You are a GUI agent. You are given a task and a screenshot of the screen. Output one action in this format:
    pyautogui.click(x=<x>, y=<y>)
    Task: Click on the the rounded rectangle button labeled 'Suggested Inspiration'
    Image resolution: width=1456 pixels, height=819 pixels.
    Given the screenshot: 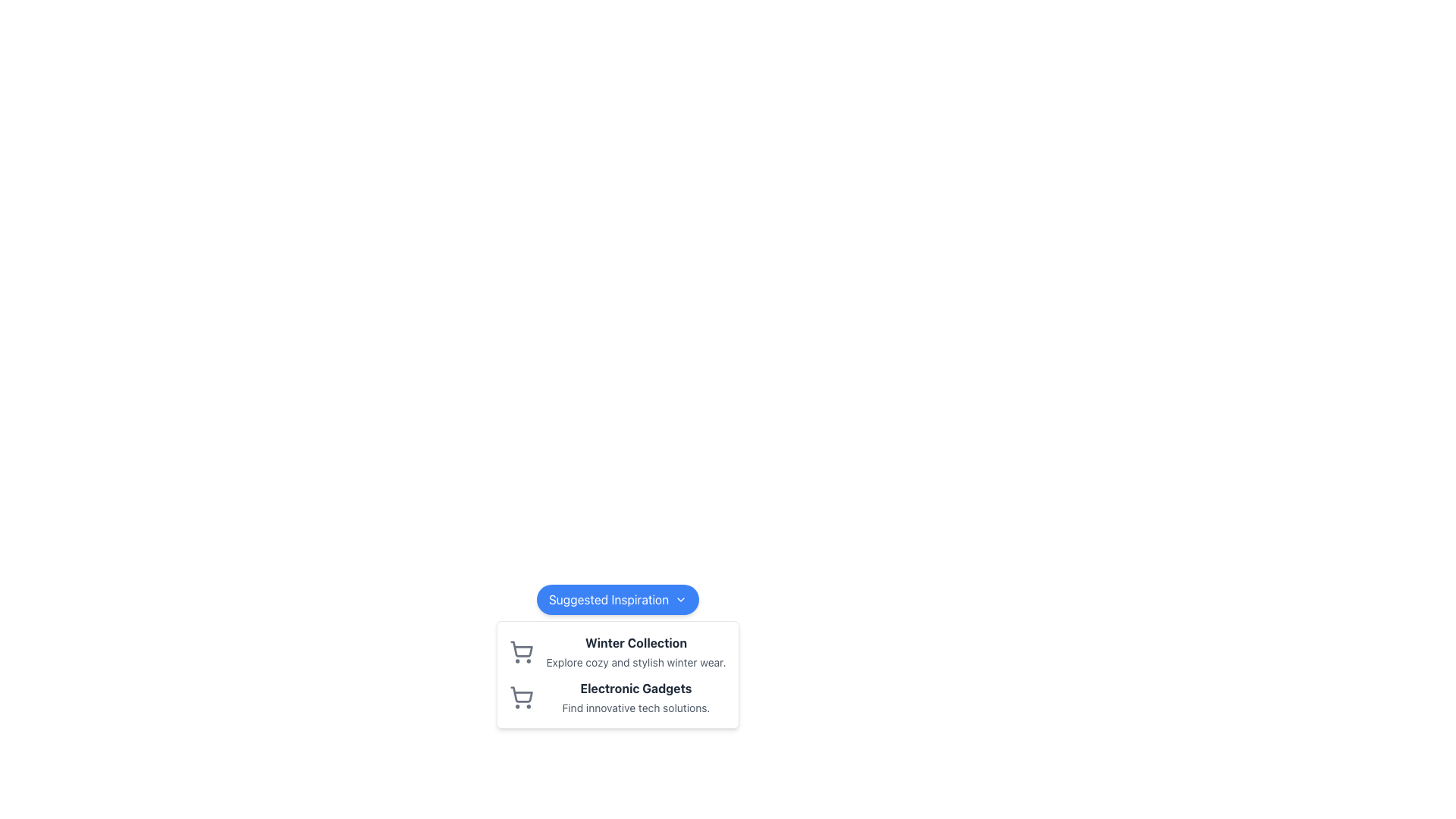 What is the action you would take?
    pyautogui.click(x=618, y=598)
    